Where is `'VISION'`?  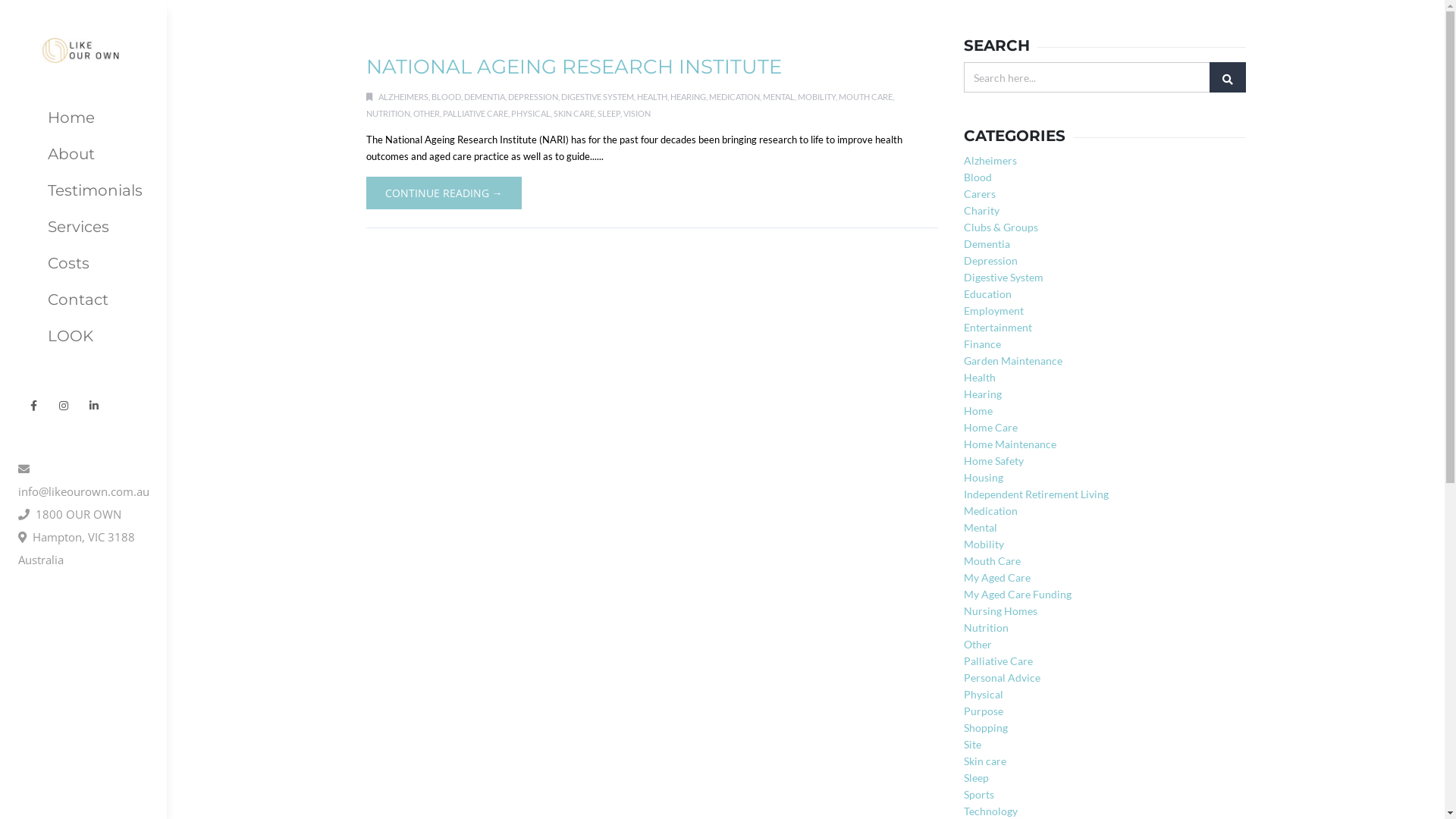
'VISION' is located at coordinates (637, 111).